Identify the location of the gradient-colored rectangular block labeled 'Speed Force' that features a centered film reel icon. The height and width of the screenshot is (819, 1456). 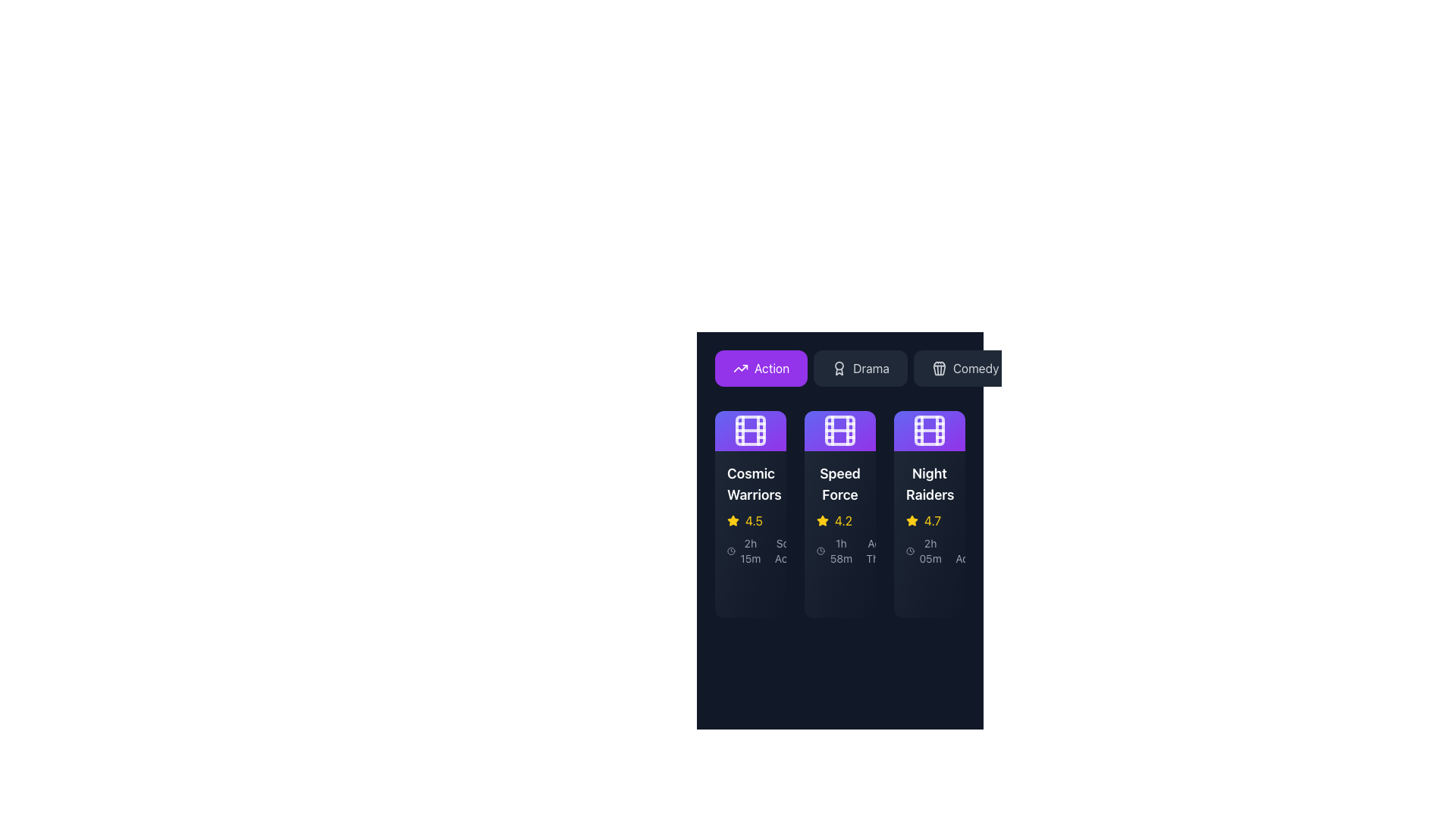
(839, 430).